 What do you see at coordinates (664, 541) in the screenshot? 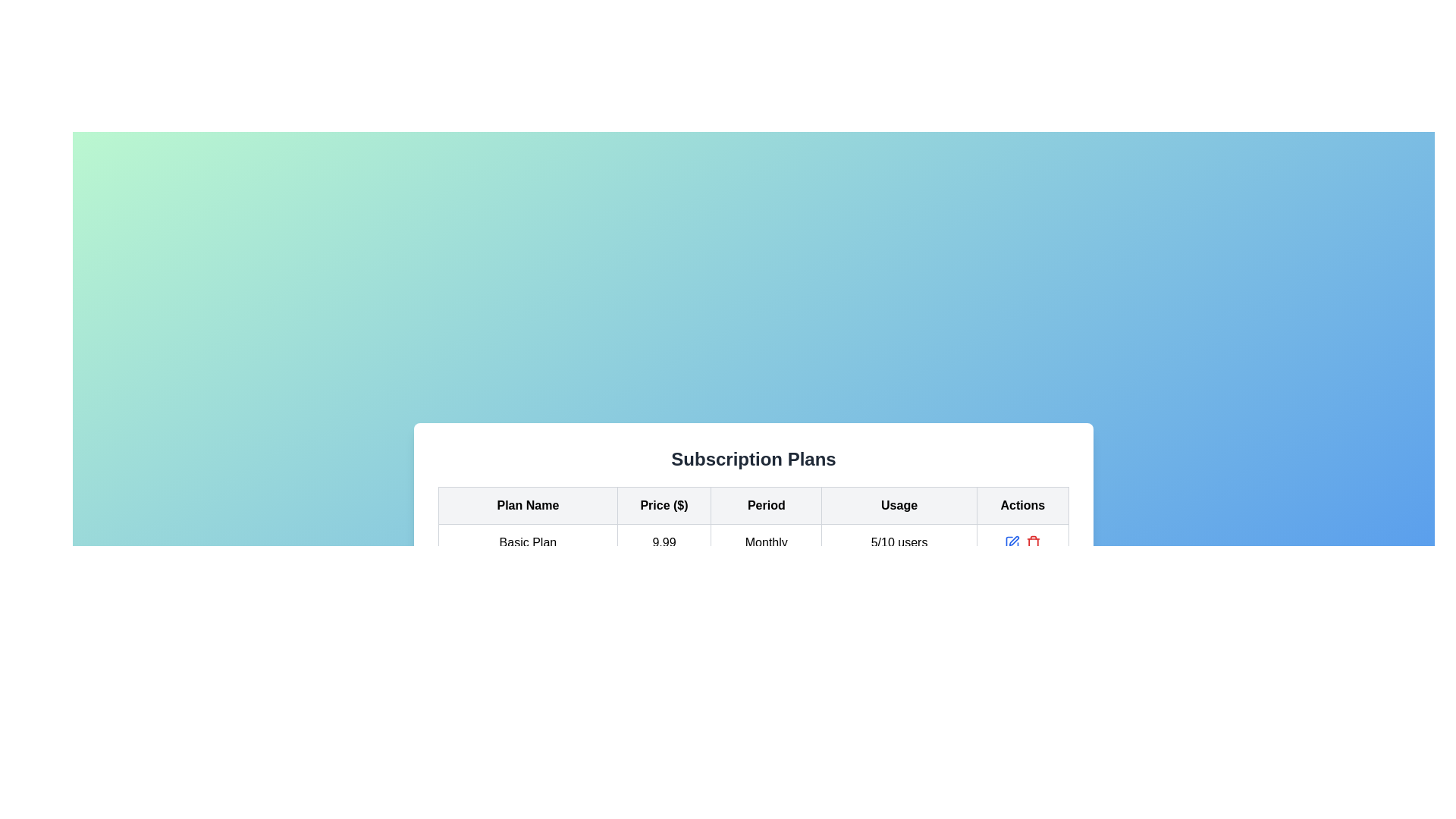
I see `the text label displaying the price for the 'Basic Plan', which is located under the 'Price ($)' column in the table structure` at bounding box center [664, 541].